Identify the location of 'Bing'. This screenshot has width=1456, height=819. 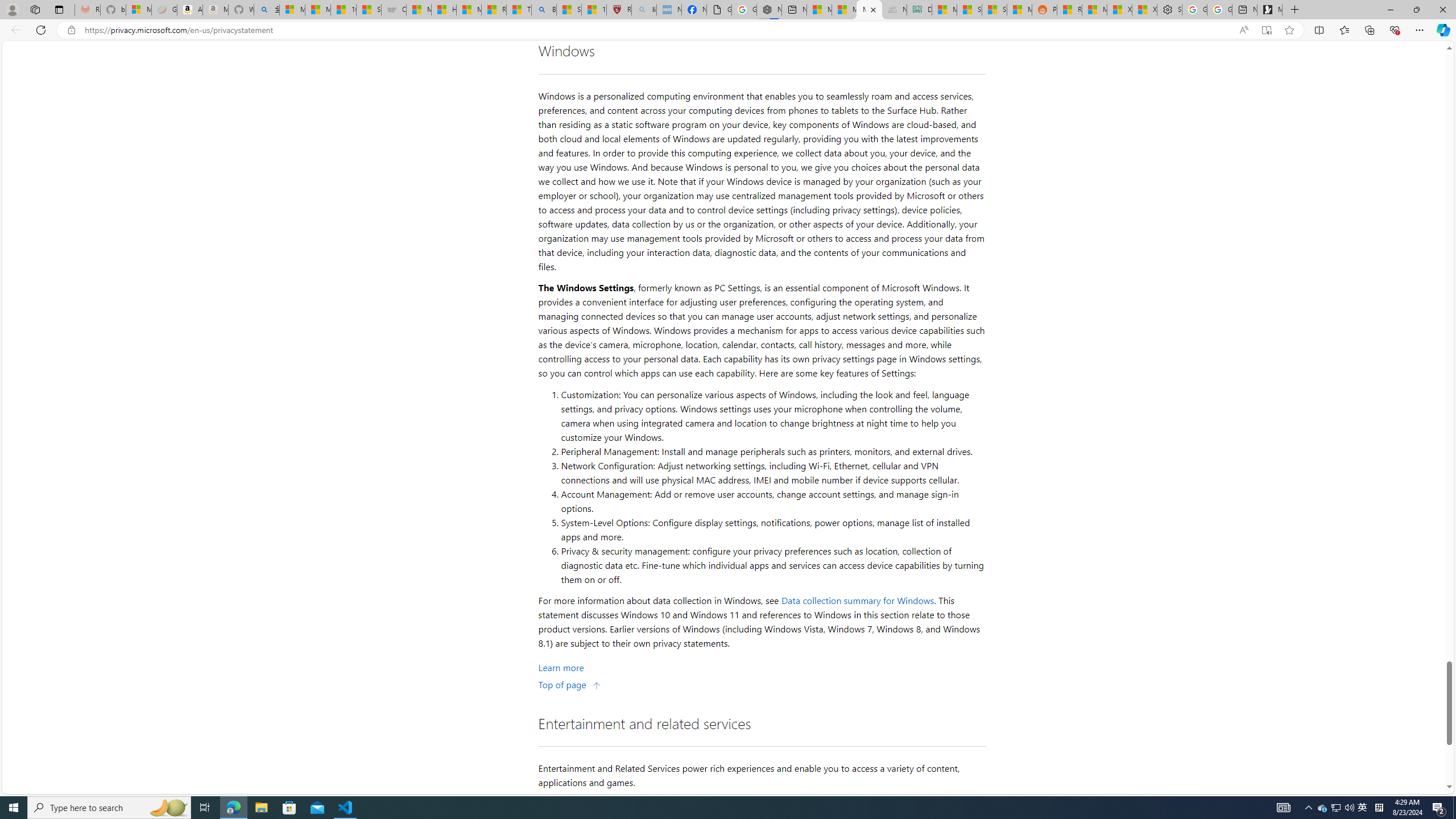
(544, 9).